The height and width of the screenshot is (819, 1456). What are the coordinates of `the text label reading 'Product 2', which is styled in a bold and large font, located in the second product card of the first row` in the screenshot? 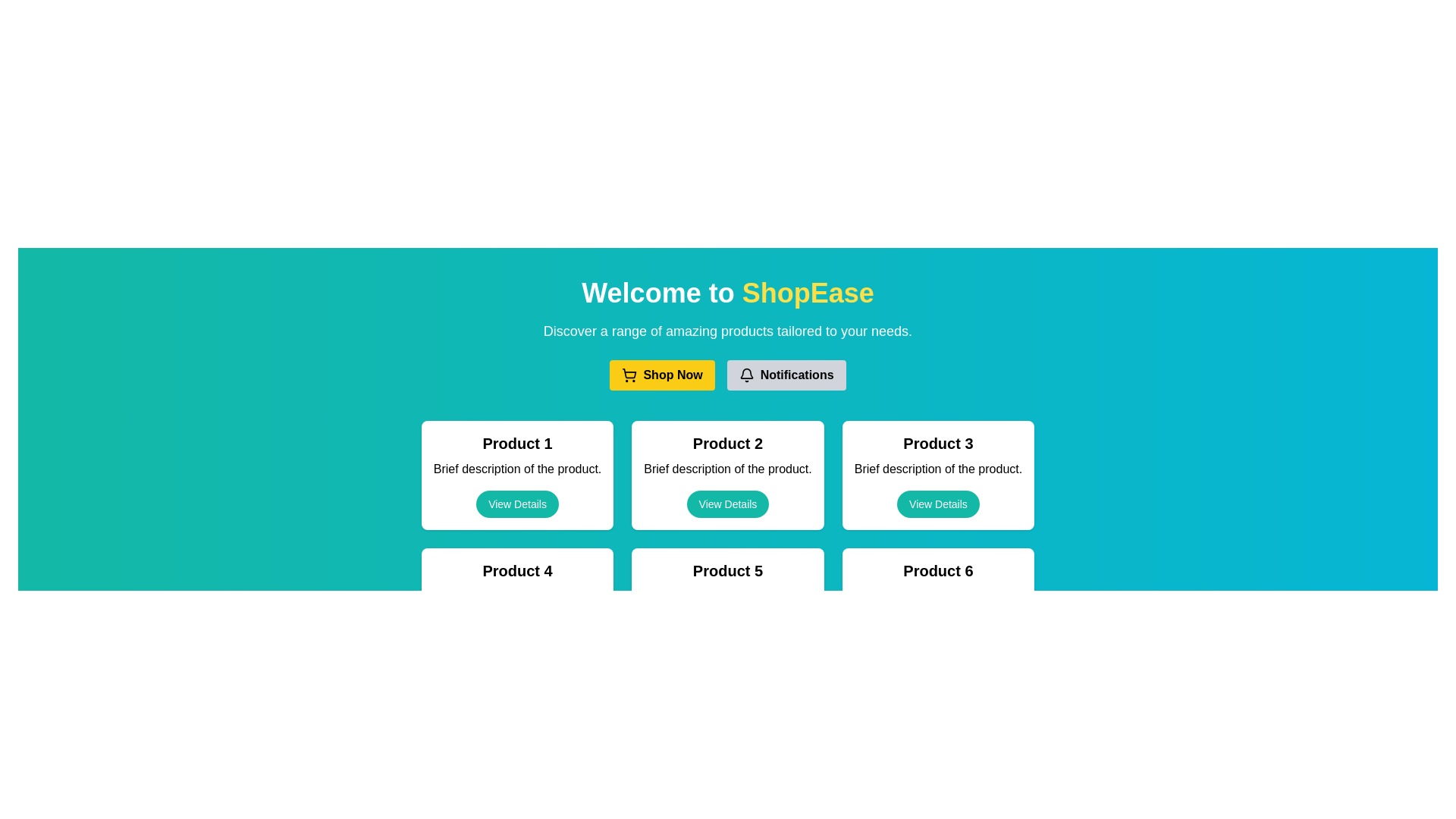 It's located at (728, 444).